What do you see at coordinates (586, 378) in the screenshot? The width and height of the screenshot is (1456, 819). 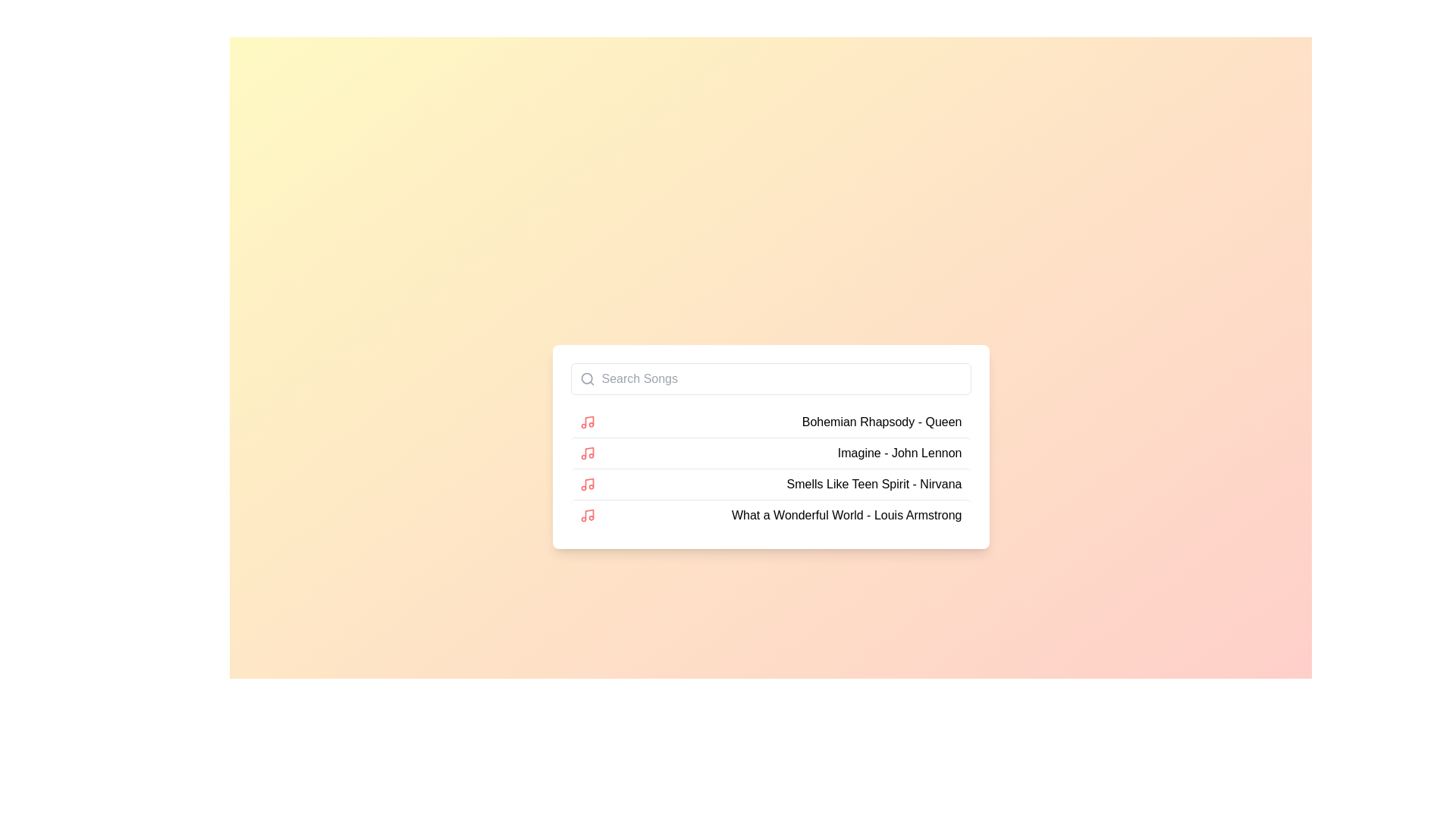 I see `the search icon located inside the 'Search Songs' text input field, which signifies the search functionality` at bounding box center [586, 378].